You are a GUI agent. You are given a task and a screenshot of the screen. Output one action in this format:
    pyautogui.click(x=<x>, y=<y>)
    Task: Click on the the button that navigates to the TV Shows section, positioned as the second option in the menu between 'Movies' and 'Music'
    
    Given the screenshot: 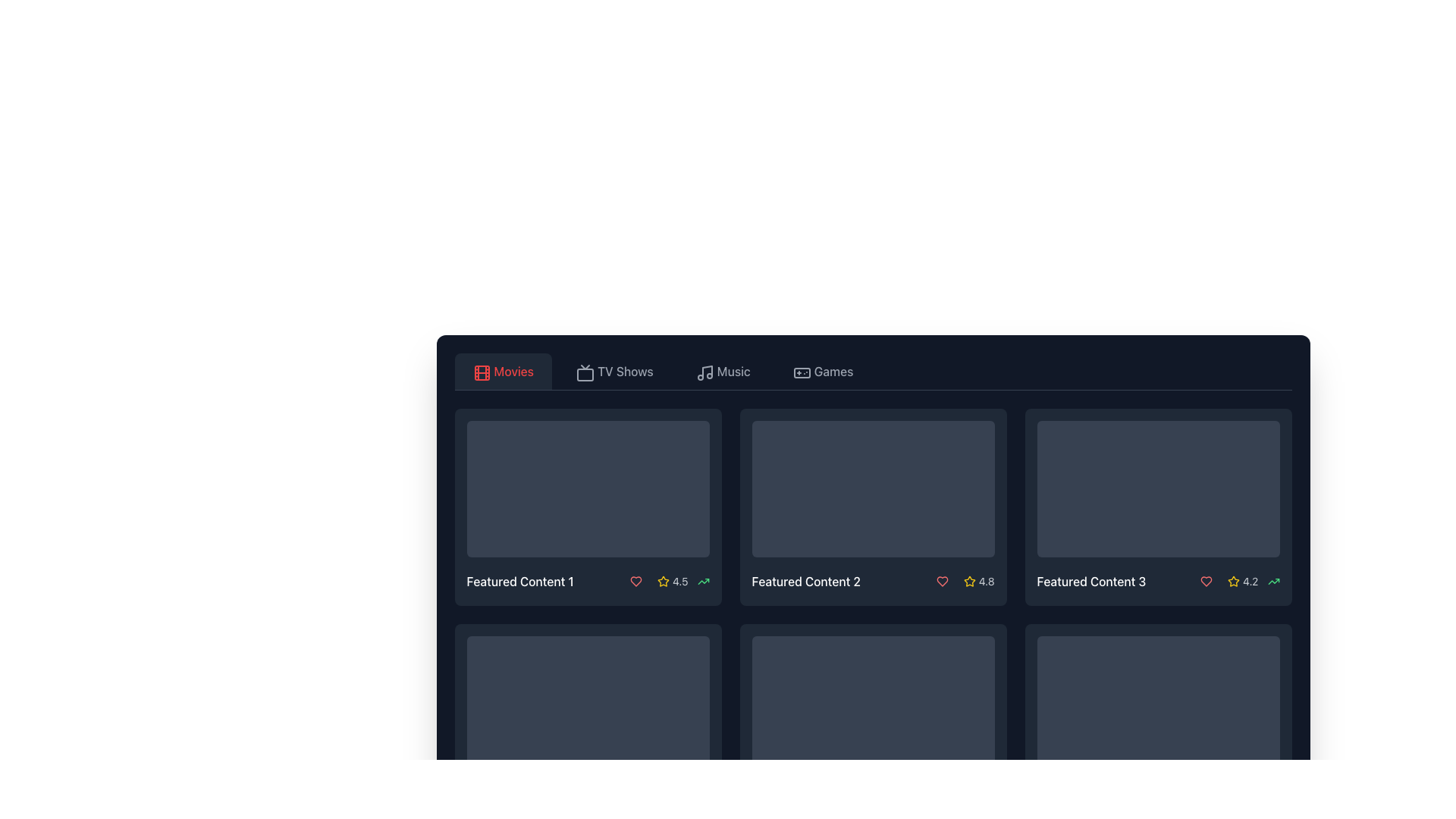 What is the action you would take?
    pyautogui.click(x=614, y=371)
    